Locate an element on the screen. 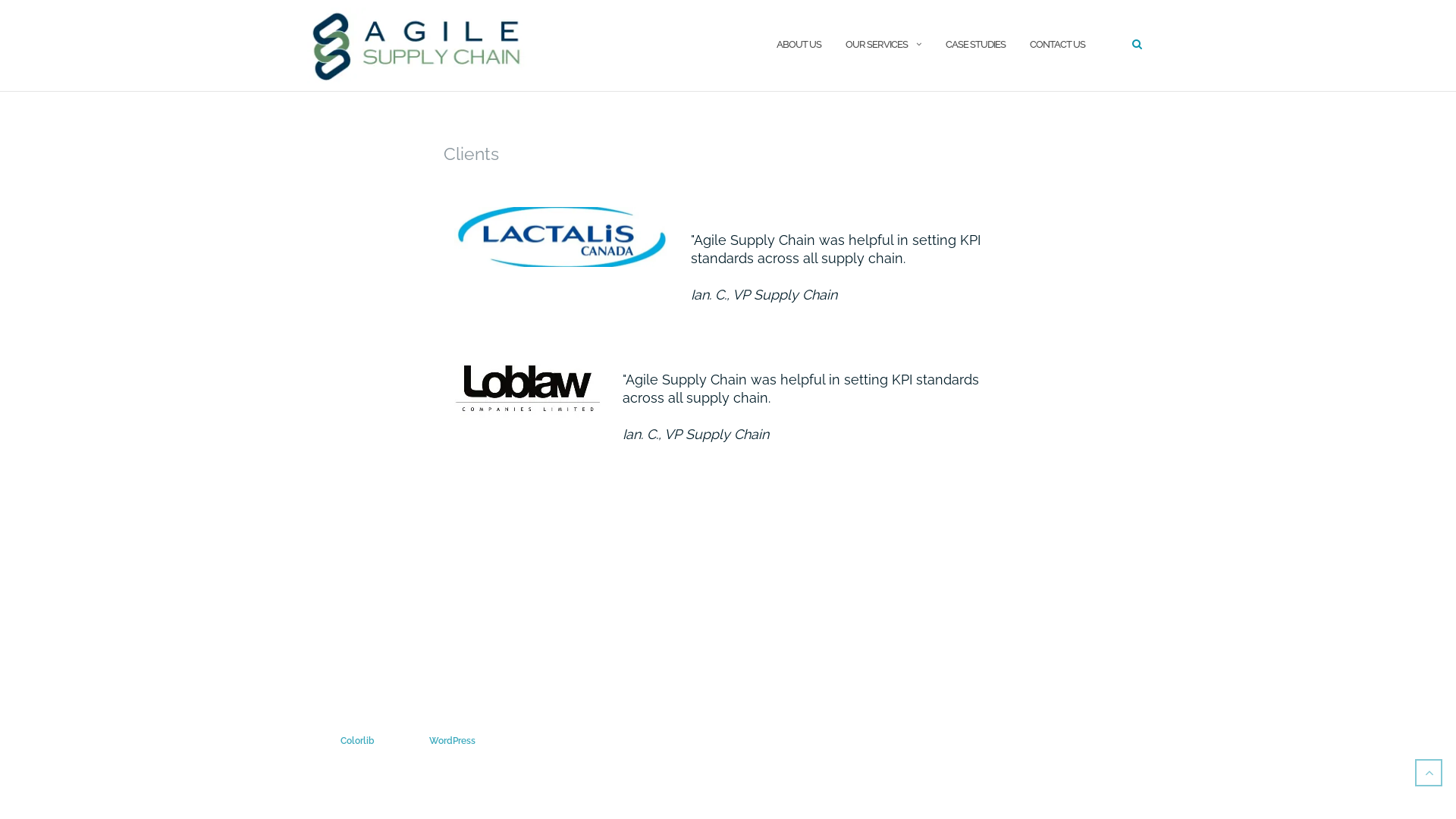 This screenshot has width=1456, height=819. 'CASE STUDIES' is located at coordinates (975, 44).